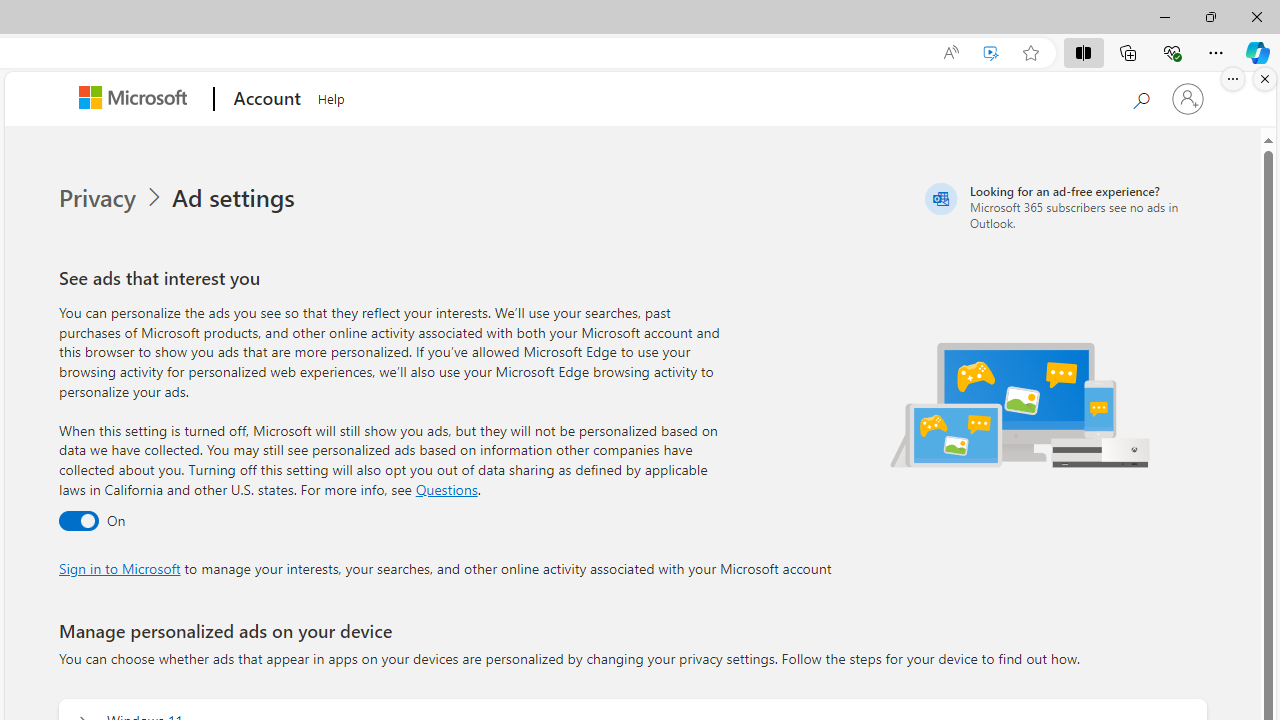  Describe the element at coordinates (991, 52) in the screenshot. I see `'Enhance video'` at that location.